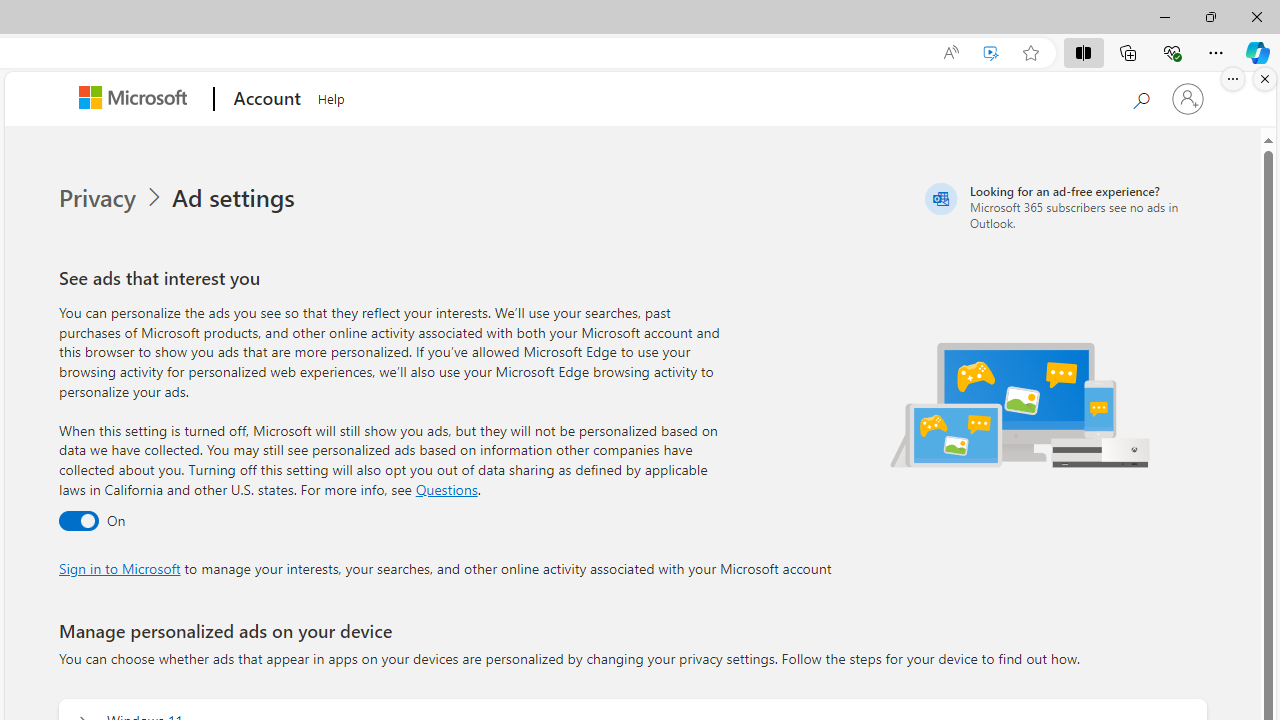  Describe the element at coordinates (991, 52) in the screenshot. I see `'Enhance video'` at that location.